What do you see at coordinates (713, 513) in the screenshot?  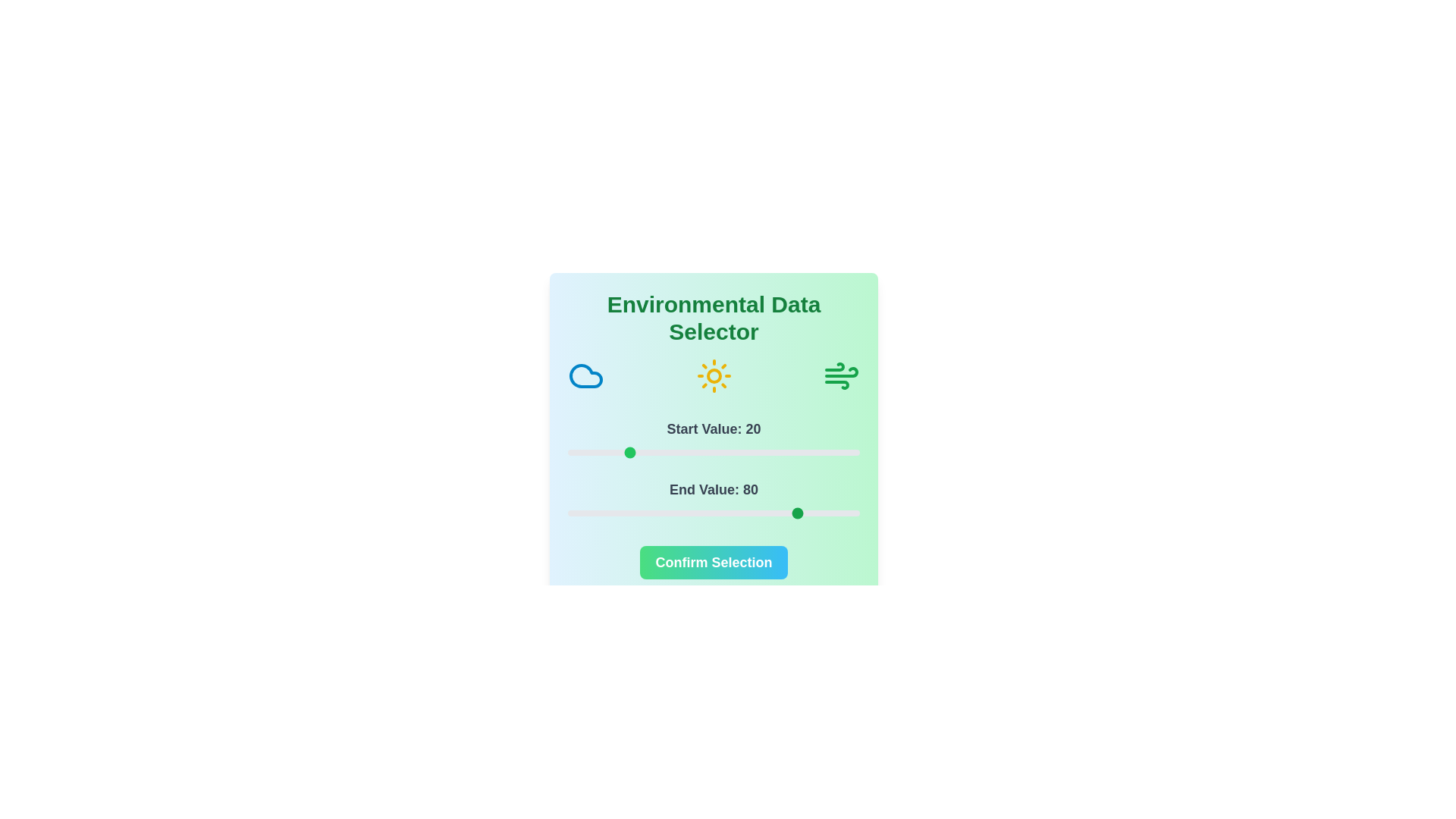 I see `the green thumb control of the horizontal range slider located below 'End Value: 80'` at bounding box center [713, 513].